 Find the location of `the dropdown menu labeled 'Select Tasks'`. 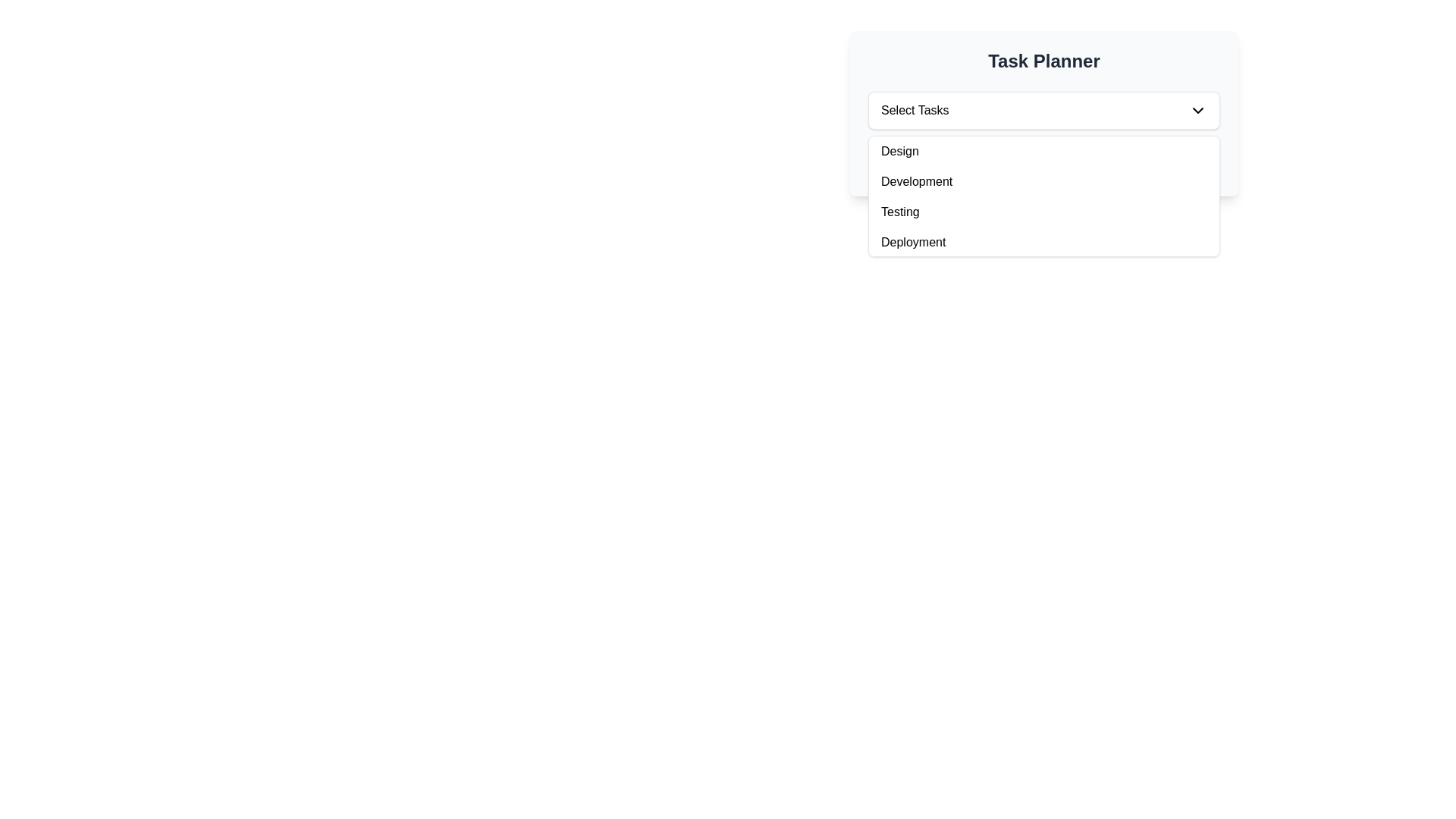

the dropdown menu labeled 'Select Tasks' is located at coordinates (1043, 110).